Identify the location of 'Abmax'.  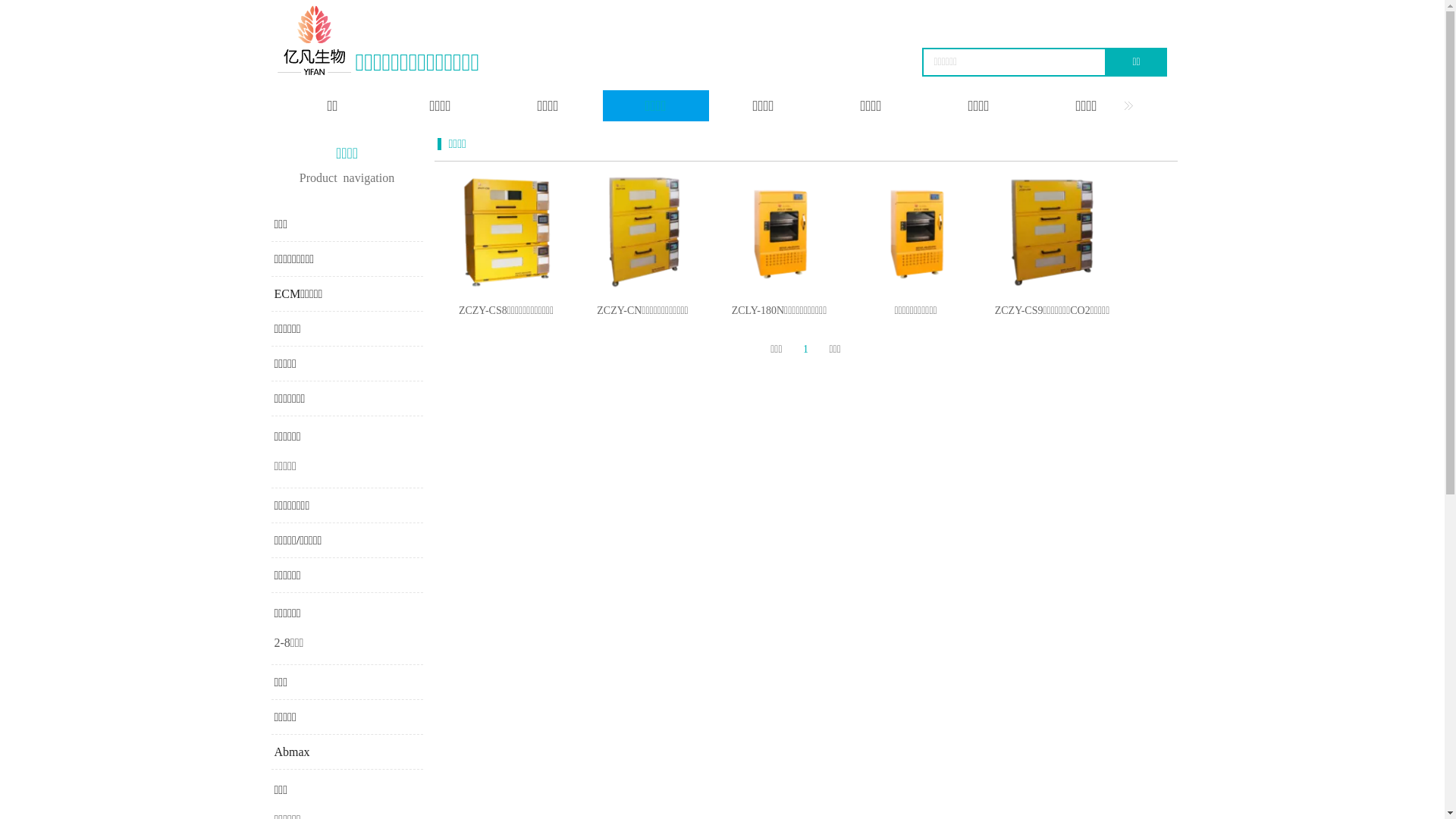
(292, 752).